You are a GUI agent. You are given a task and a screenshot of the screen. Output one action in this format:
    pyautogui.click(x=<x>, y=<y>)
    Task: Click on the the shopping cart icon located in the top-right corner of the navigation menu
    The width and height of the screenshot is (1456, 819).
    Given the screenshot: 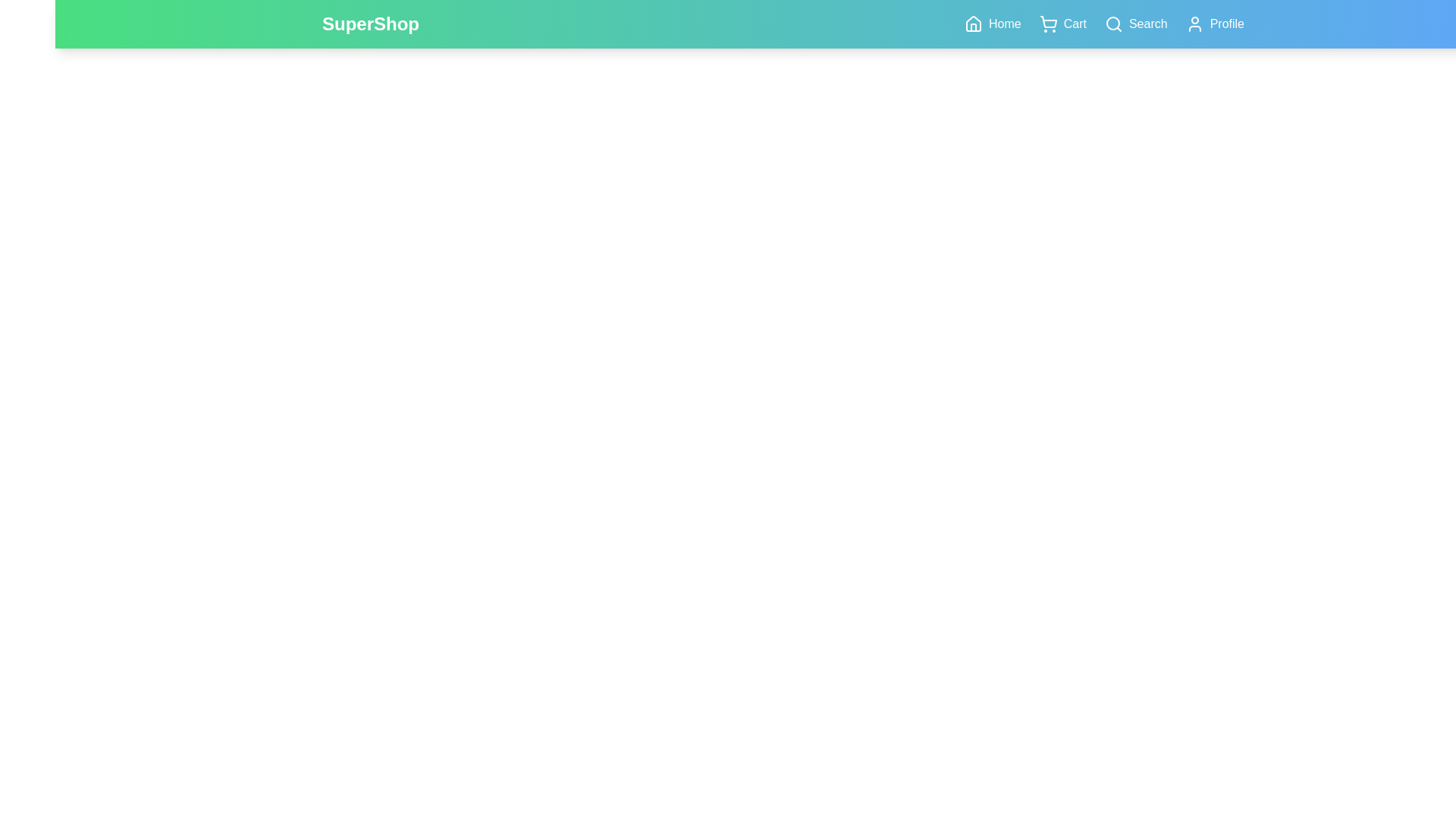 What is the action you would take?
    pyautogui.click(x=1047, y=24)
    